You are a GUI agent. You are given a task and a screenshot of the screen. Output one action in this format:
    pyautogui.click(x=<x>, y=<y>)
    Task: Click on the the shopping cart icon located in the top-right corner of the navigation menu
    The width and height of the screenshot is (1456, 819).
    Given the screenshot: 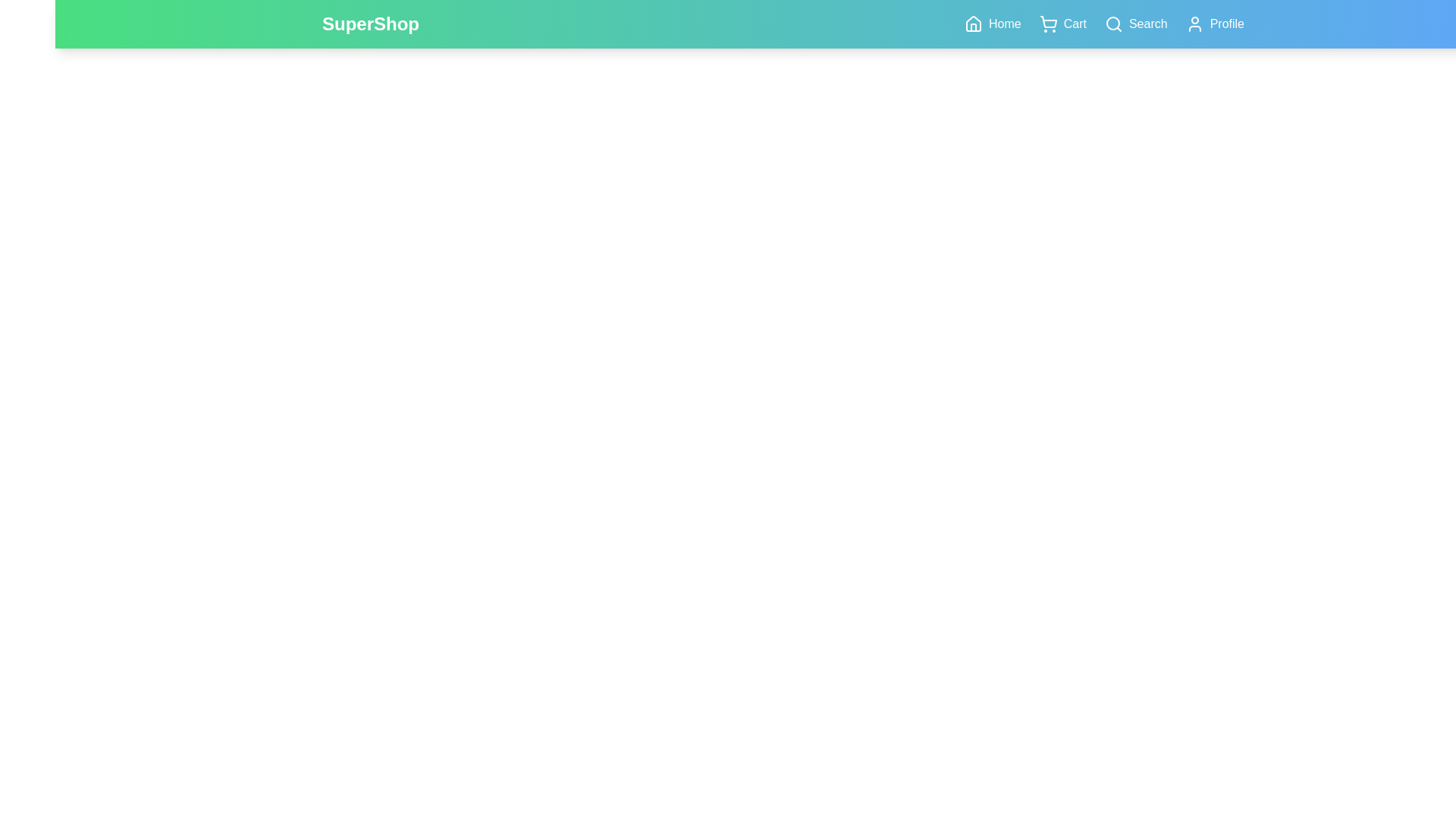 What is the action you would take?
    pyautogui.click(x=1047, y=24)
    